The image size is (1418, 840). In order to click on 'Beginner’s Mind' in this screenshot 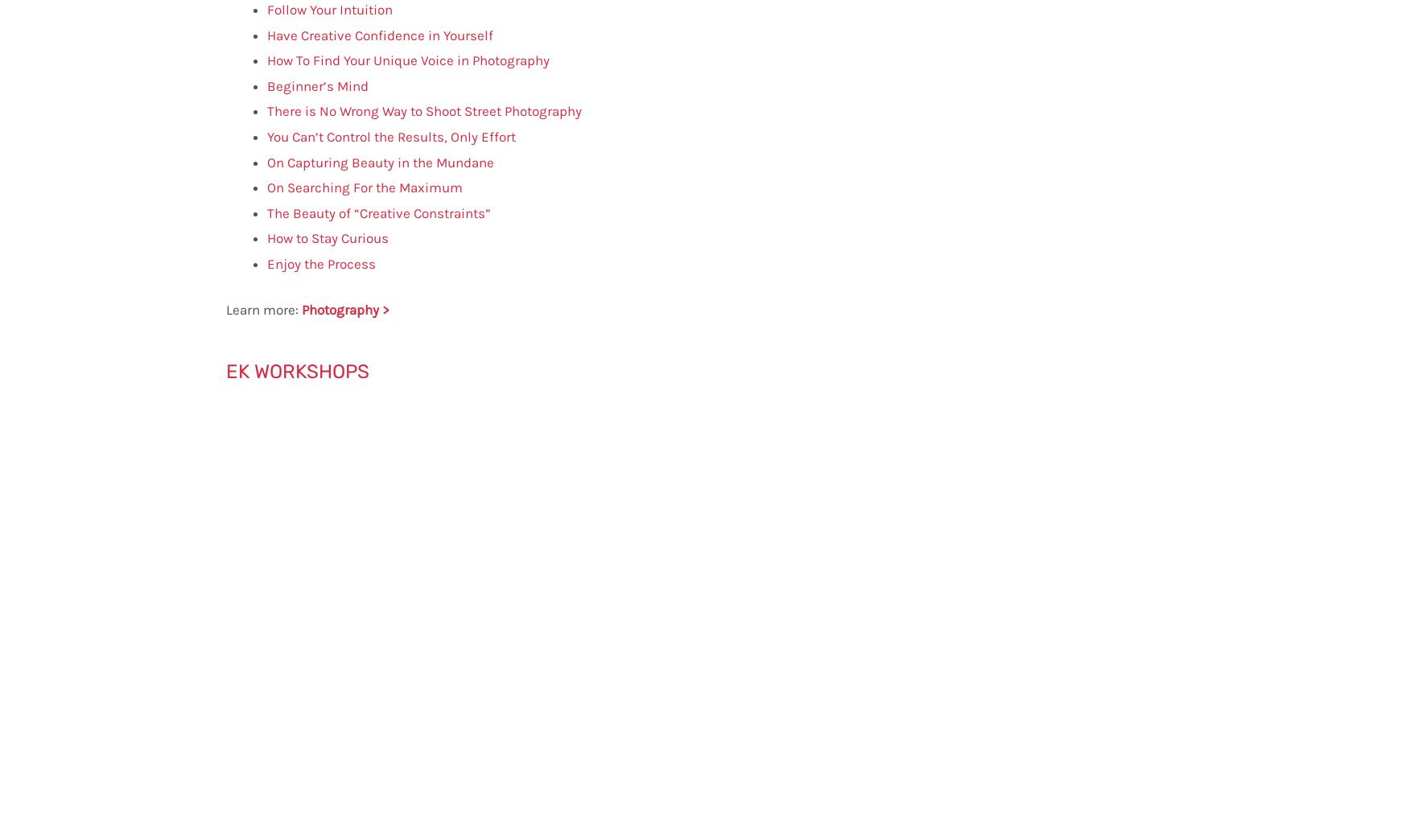, I will do `click(318, 84)`.